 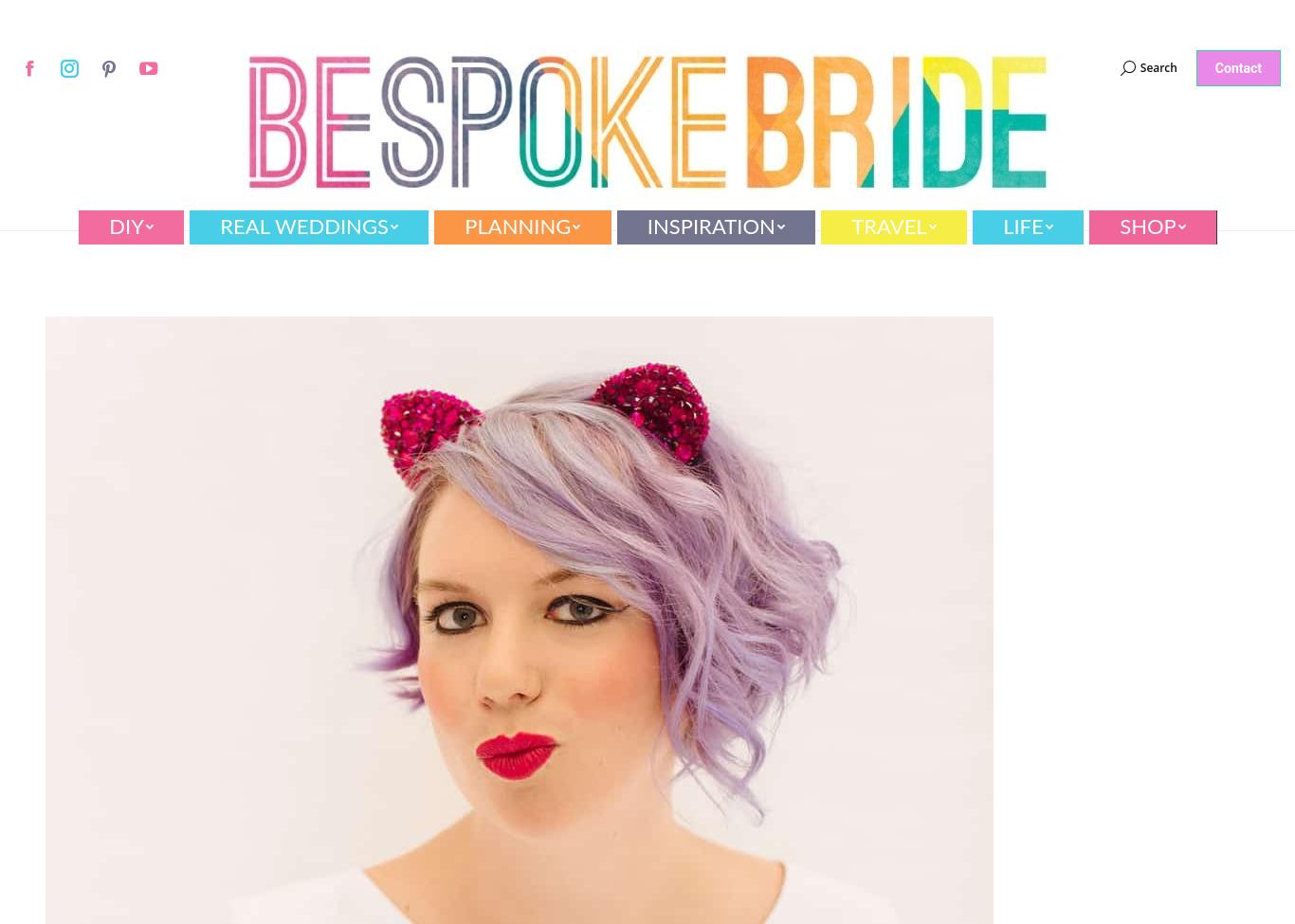 What do you see at coordinates (676, 266) in the screenshot?
I see `'Anniversary'` at bounding box center [676, 266].